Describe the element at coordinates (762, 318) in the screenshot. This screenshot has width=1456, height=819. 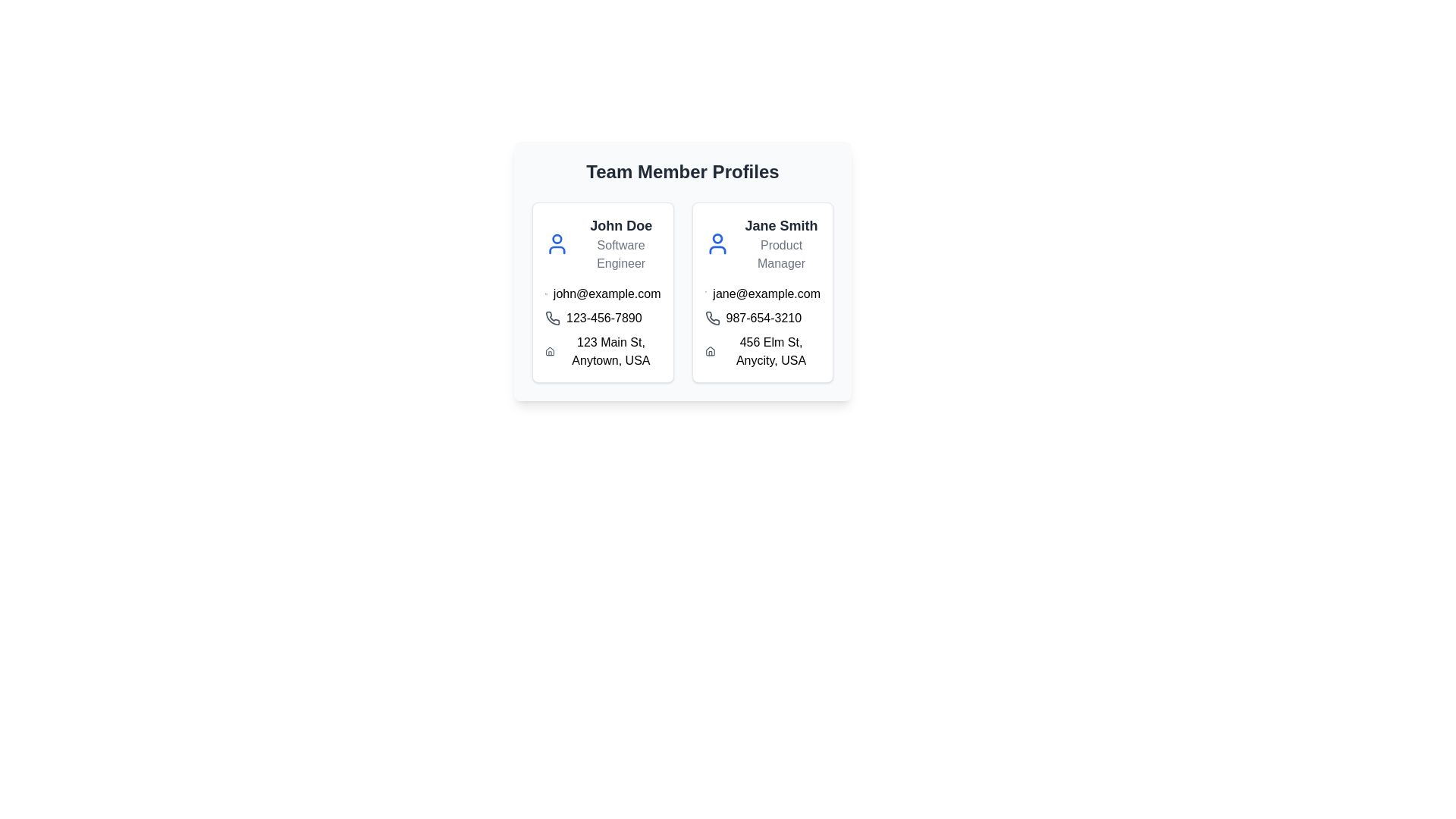
I see `the static text displaying the phone number for 'Jane Smith', located in the profile card below the email address and above the address` at that location.